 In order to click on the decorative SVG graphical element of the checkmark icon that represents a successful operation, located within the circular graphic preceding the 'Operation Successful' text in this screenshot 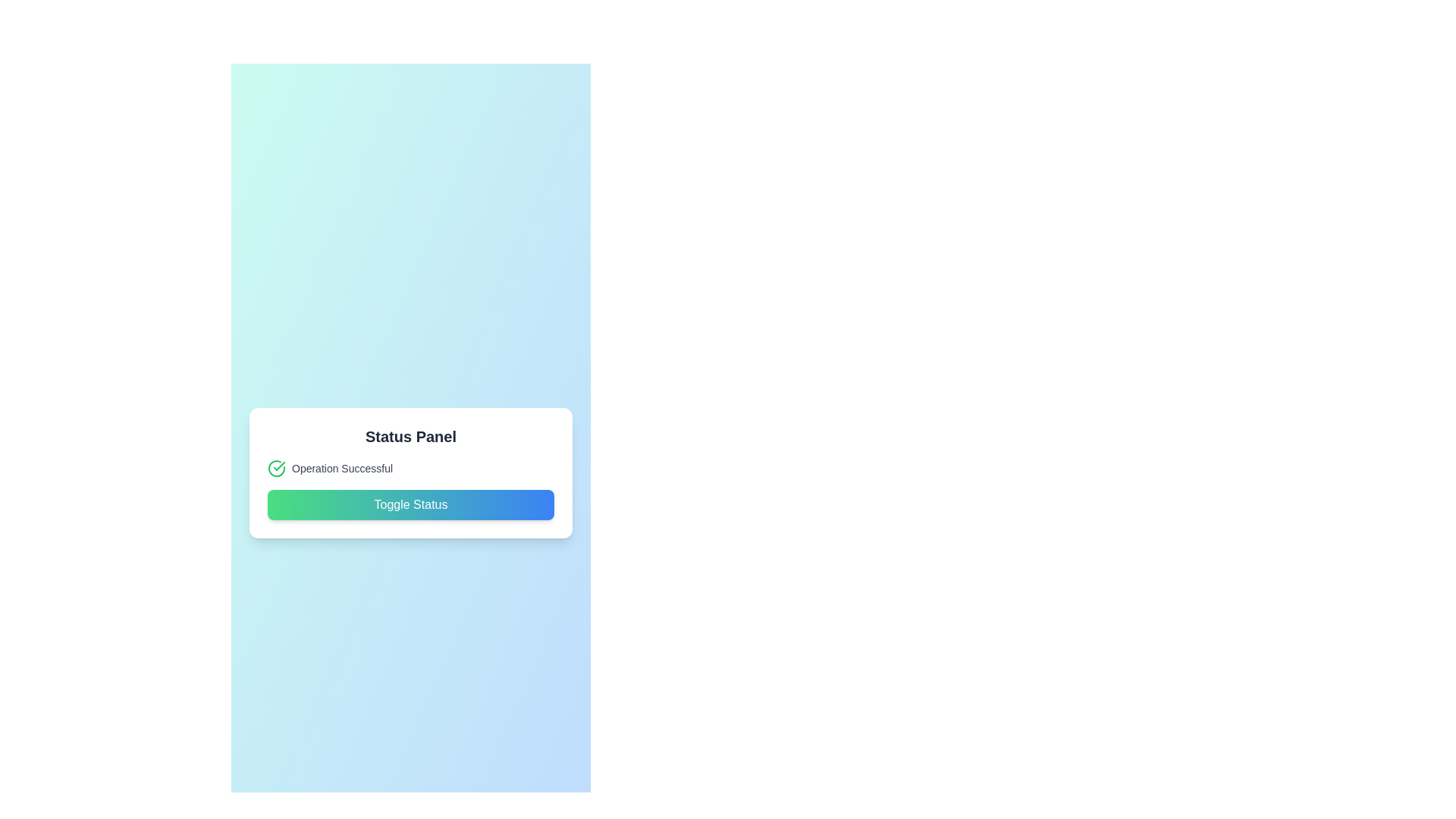, I will do `click(276, 467)`.